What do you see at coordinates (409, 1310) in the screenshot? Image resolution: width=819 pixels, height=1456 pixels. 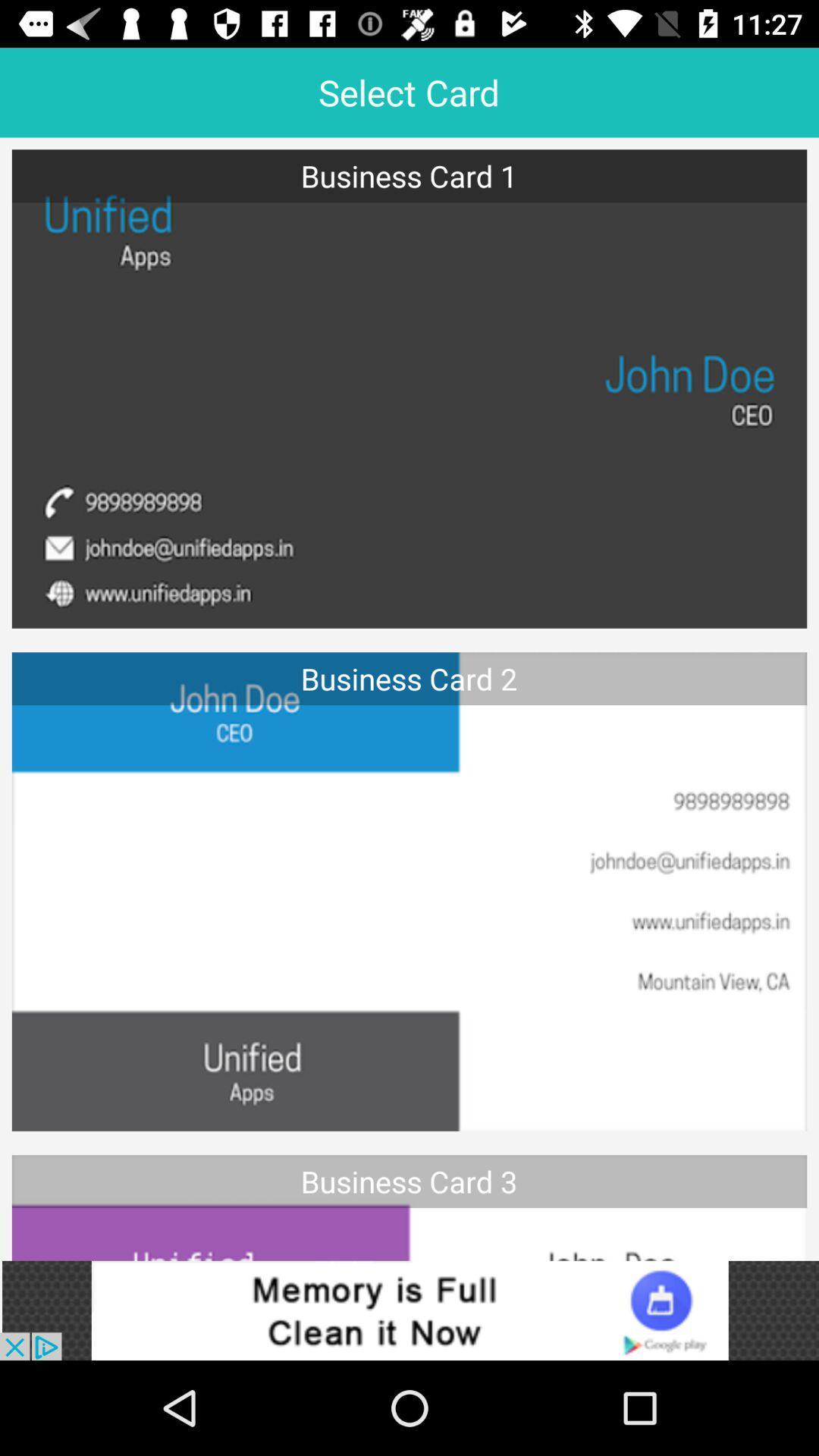 I see `clickable advertisement` at bounding box center [409, 1310].